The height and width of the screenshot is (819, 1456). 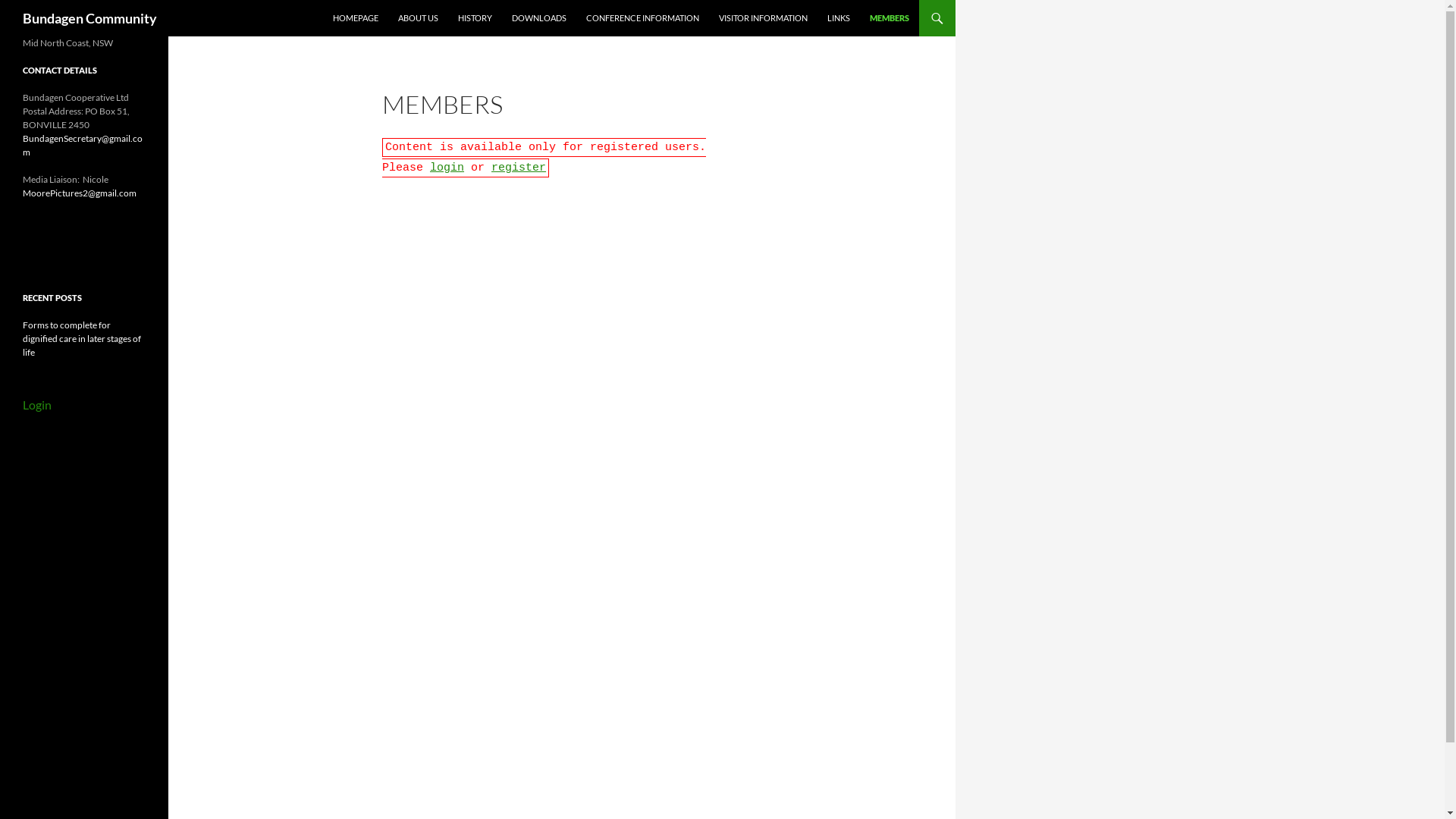 What do you see at coordinates (89, 17) in the screenshot?
I see `'Bundagen Community'` at bounding box center [89, 17].